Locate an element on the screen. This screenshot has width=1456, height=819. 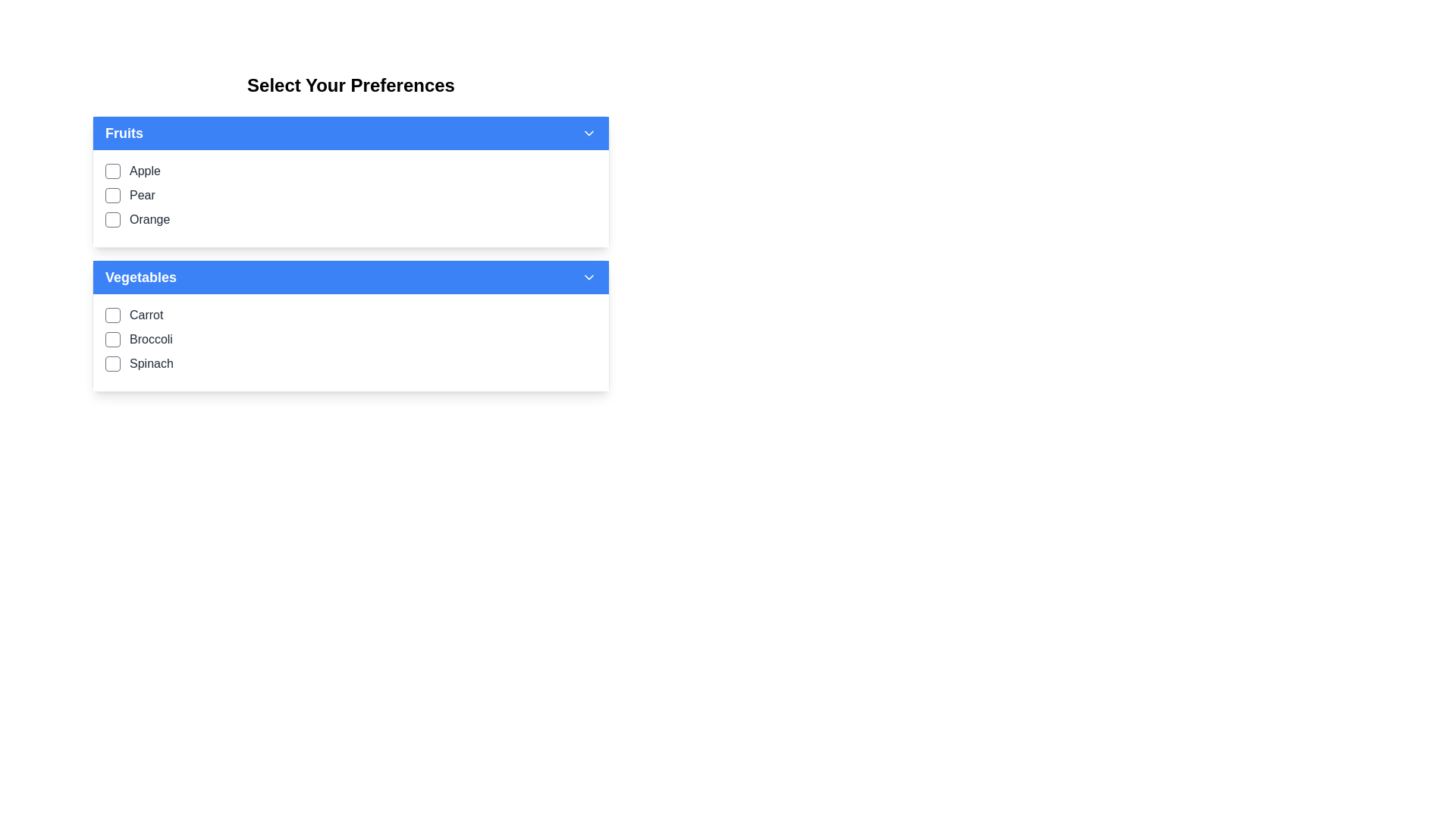
the checkbox for selecting or deselecting the item 'Pear' in the 'Fruits' section is located at coordinates (111, 195).